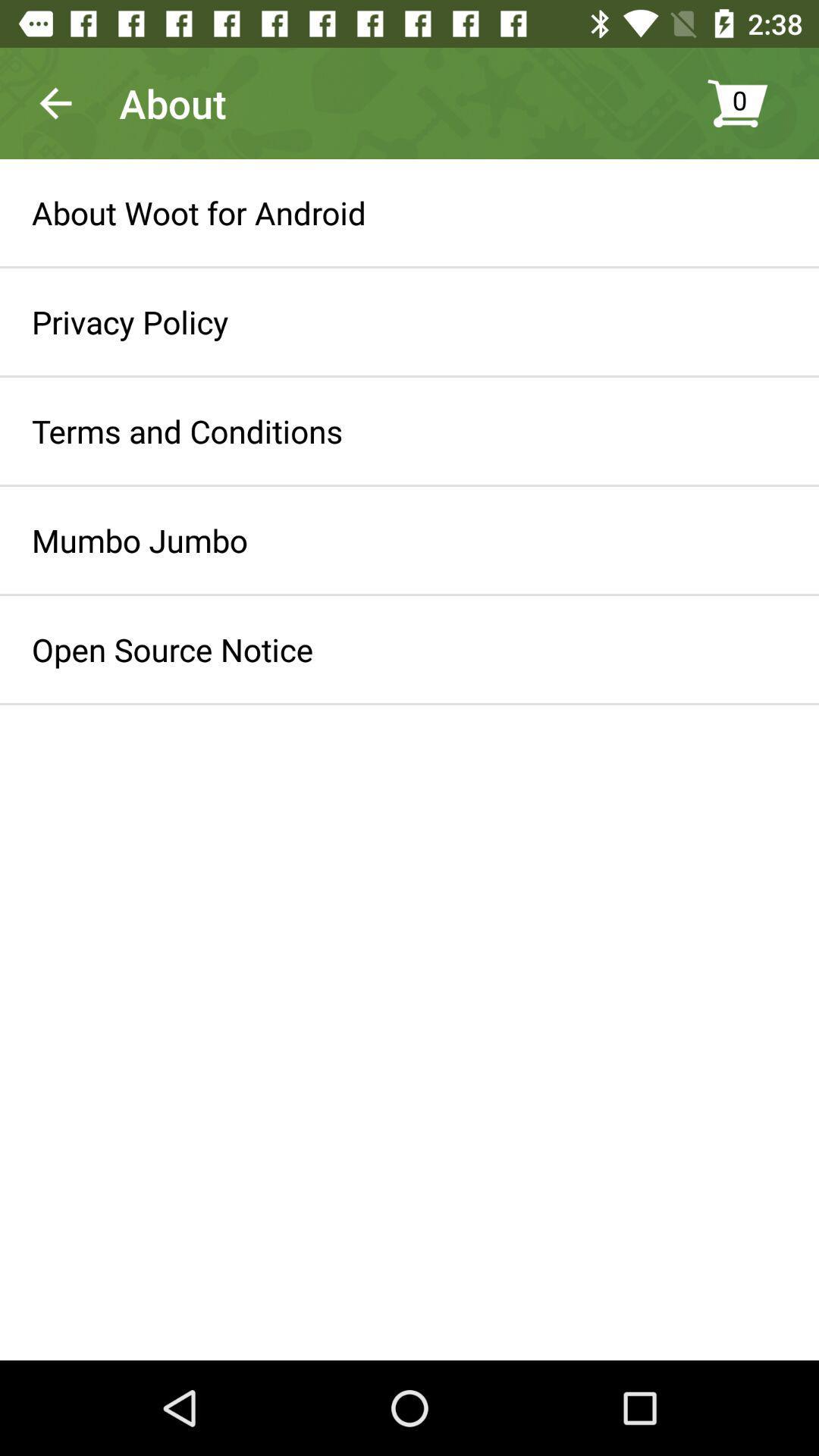 This screenshot has height=1456, width=819. What do you see at coordinates (129, 321) in the screenshot?
I see `the icon above terms and conditions icon` at bounding box center [129, 321].